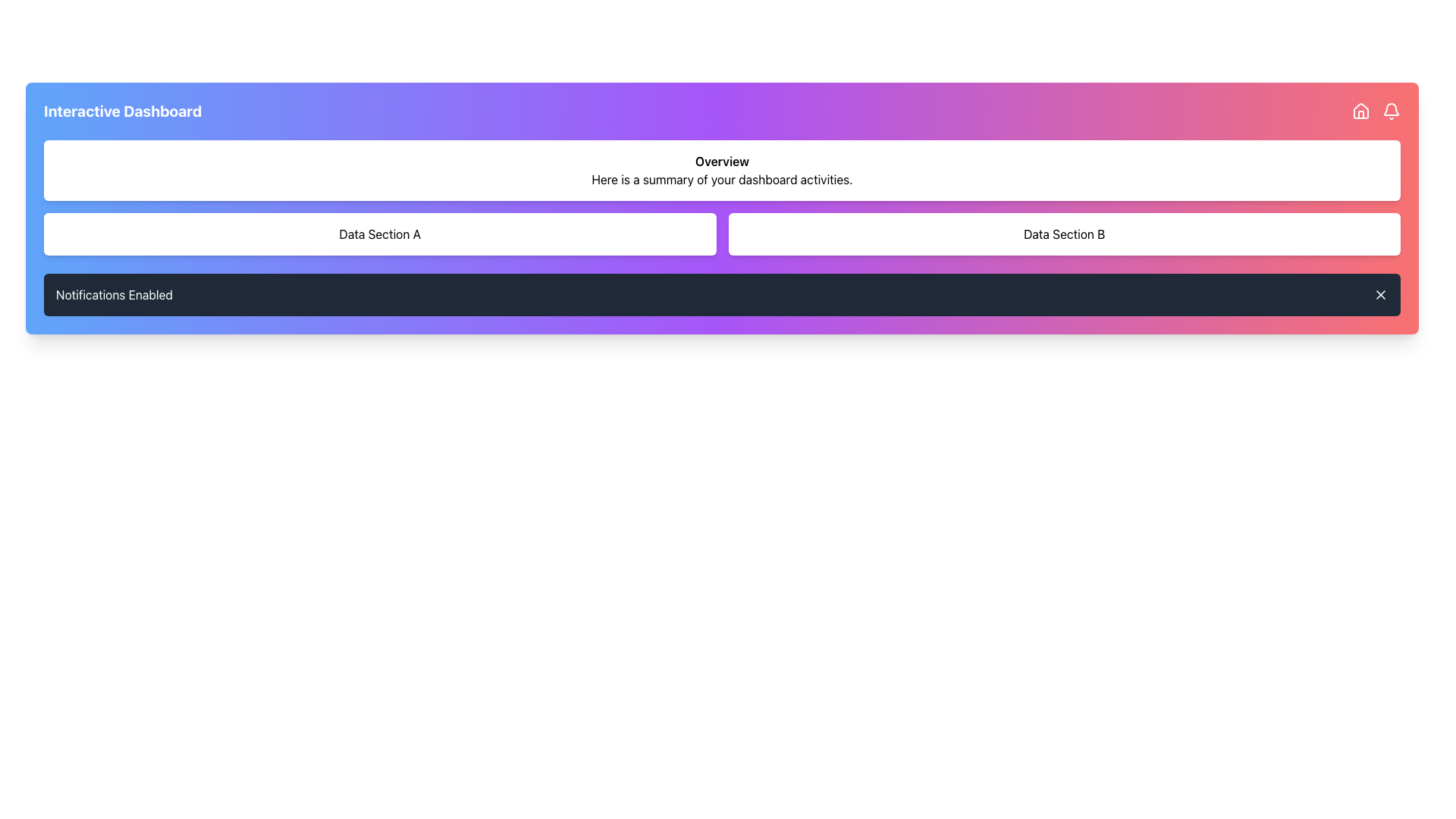 Image resolution: width=1456 pixels, height=819 pixels. What do you see at coordinates (114, 295) in the screenshot?
I see `the Text Label that indicates notifications are currently enabled, located on the left side of a dark gray panel near the bottom of the visible content zone` at bounding box center [114, 295].